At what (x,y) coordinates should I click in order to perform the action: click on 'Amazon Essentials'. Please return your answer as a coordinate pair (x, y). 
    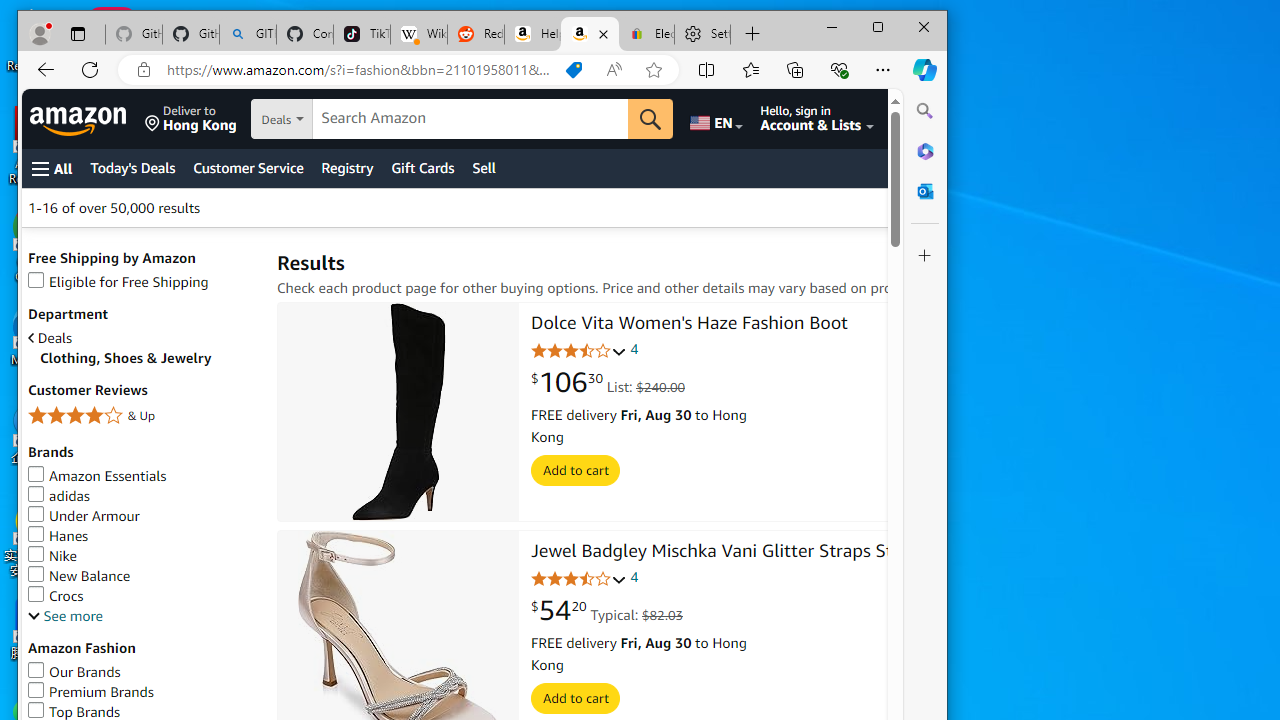
    Looking at the image, I should click on (141, 476).